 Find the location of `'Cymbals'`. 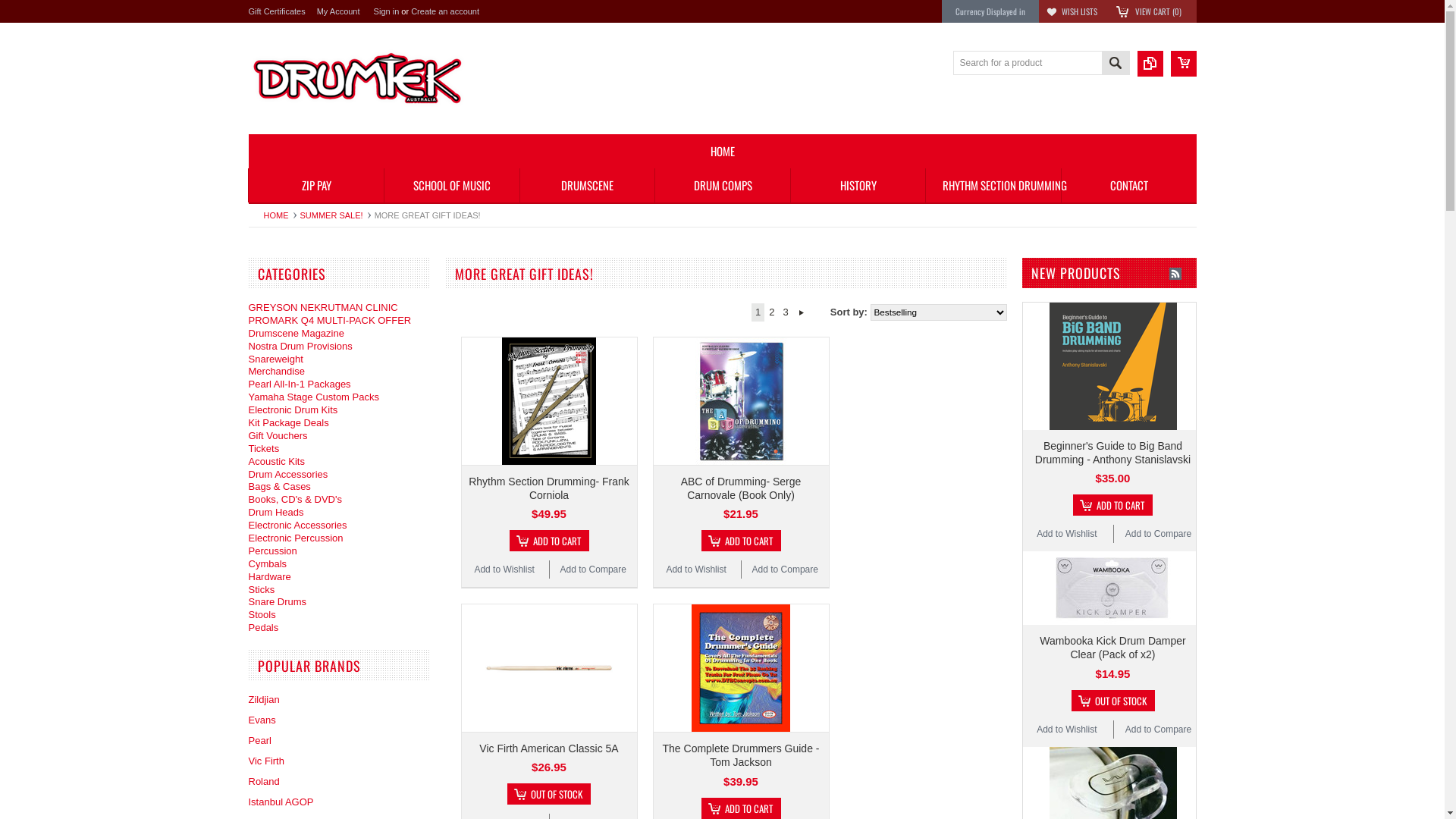

'Cymbals' is located at coordinates (268, 563).